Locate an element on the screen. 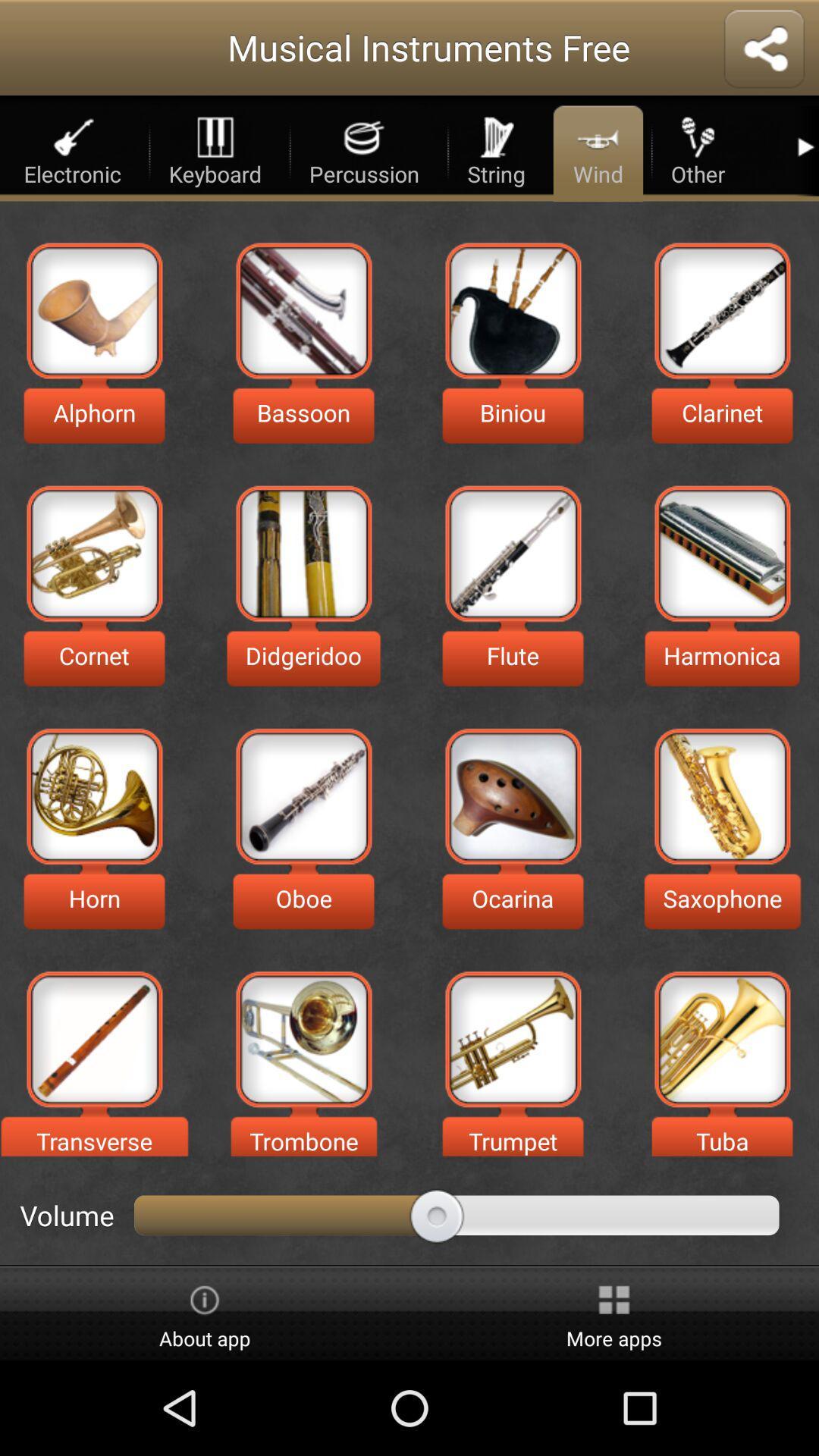 The height and width of the screenshot is (1456, 819). saxophone is located at coordinates (721, 795).